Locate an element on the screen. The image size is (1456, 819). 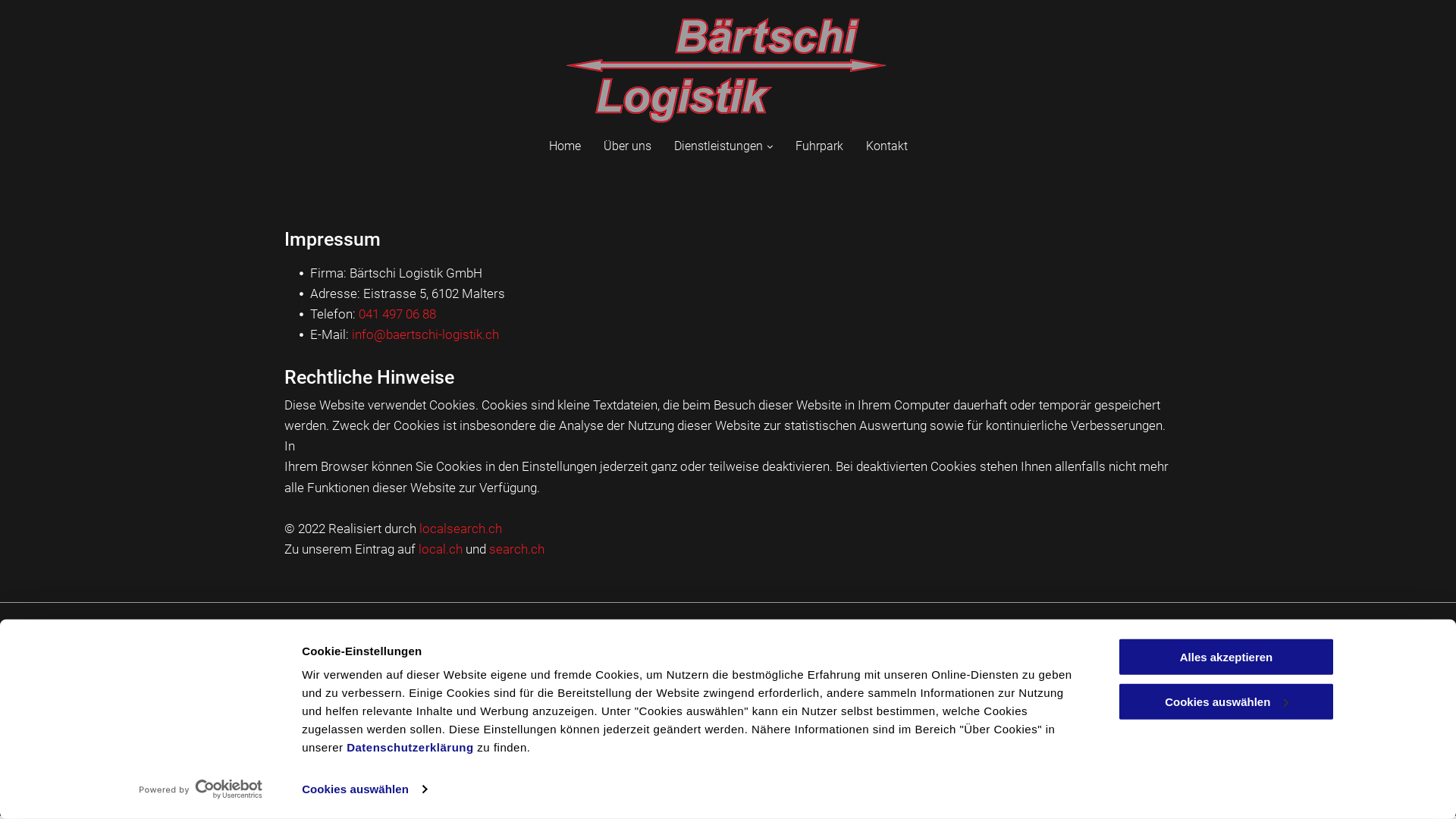
'Dienstleistungen' is located at coordinates (723, 146).